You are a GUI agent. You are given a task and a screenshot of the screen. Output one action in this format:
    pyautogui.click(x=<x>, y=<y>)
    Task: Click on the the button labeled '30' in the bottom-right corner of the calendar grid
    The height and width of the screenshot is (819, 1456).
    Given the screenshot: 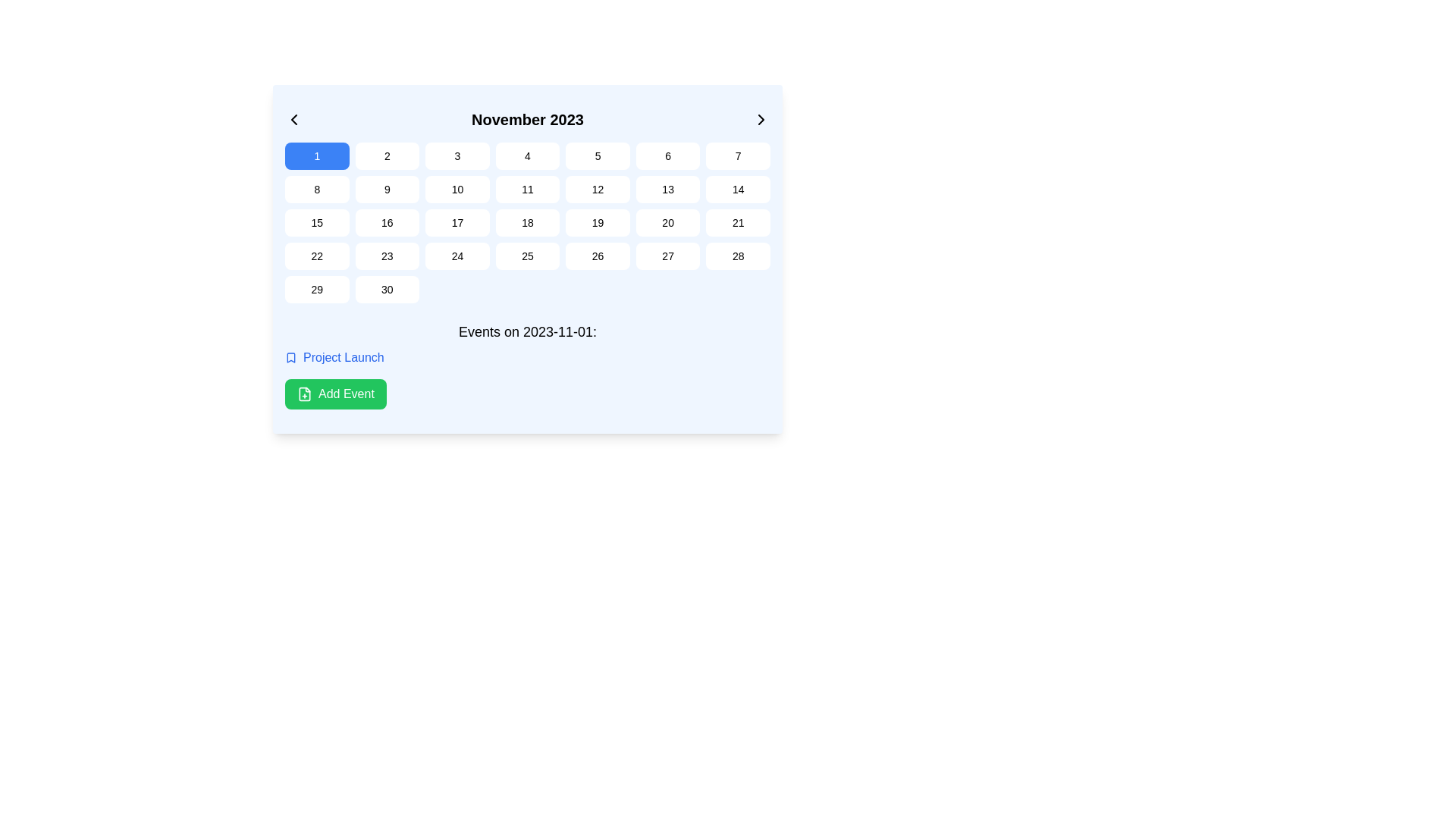 What is the action you would take?
    pyautogui.click(x=387, y=289)
    